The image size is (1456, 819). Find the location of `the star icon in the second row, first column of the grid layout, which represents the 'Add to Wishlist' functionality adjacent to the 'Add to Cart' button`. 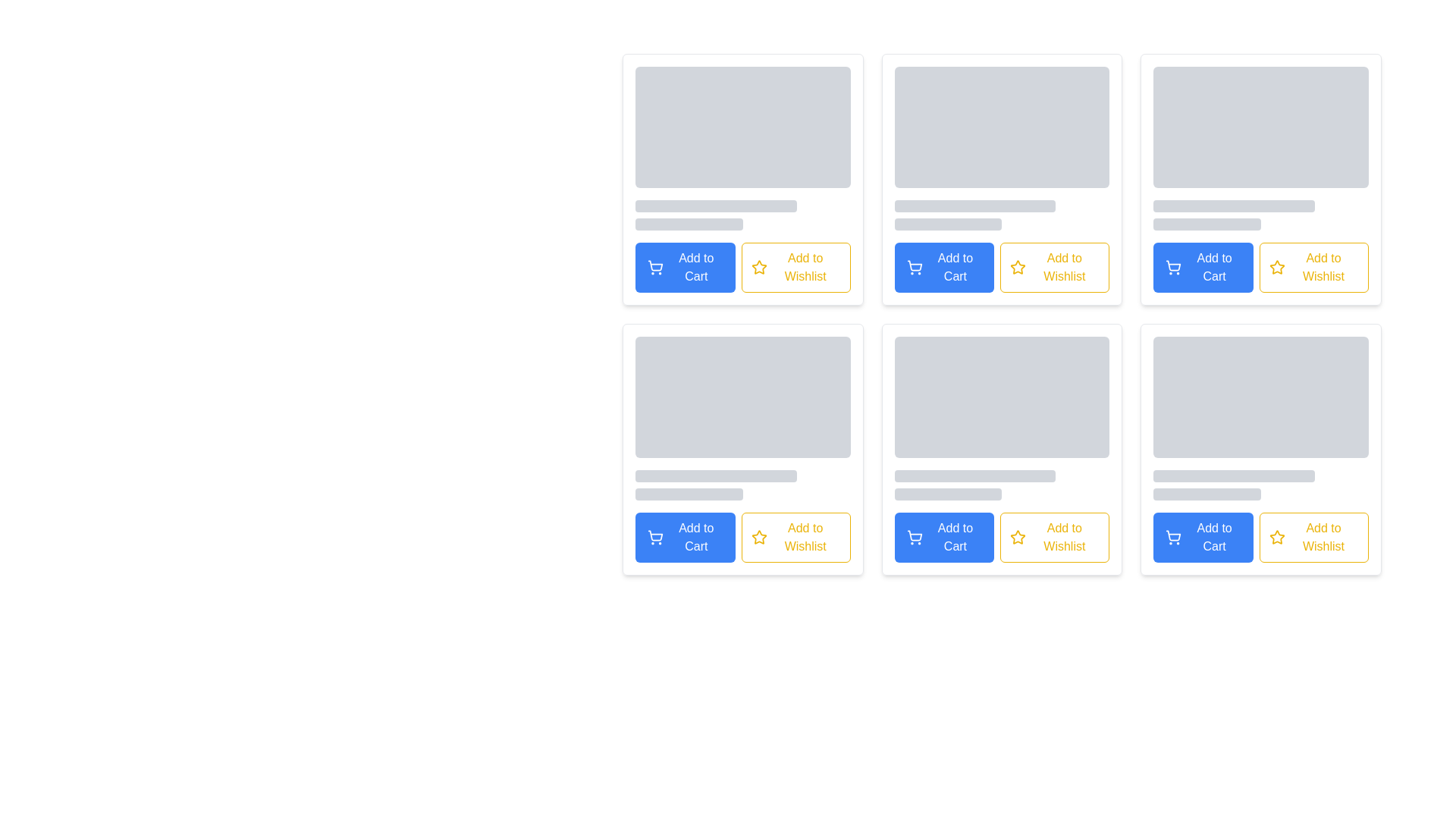

the star icon in the second row, first column of the grid layout, which represents the 'Add to Wishlist' functionality adjacent to the 'Add to Cart' button is located at coordinates (759, 536).